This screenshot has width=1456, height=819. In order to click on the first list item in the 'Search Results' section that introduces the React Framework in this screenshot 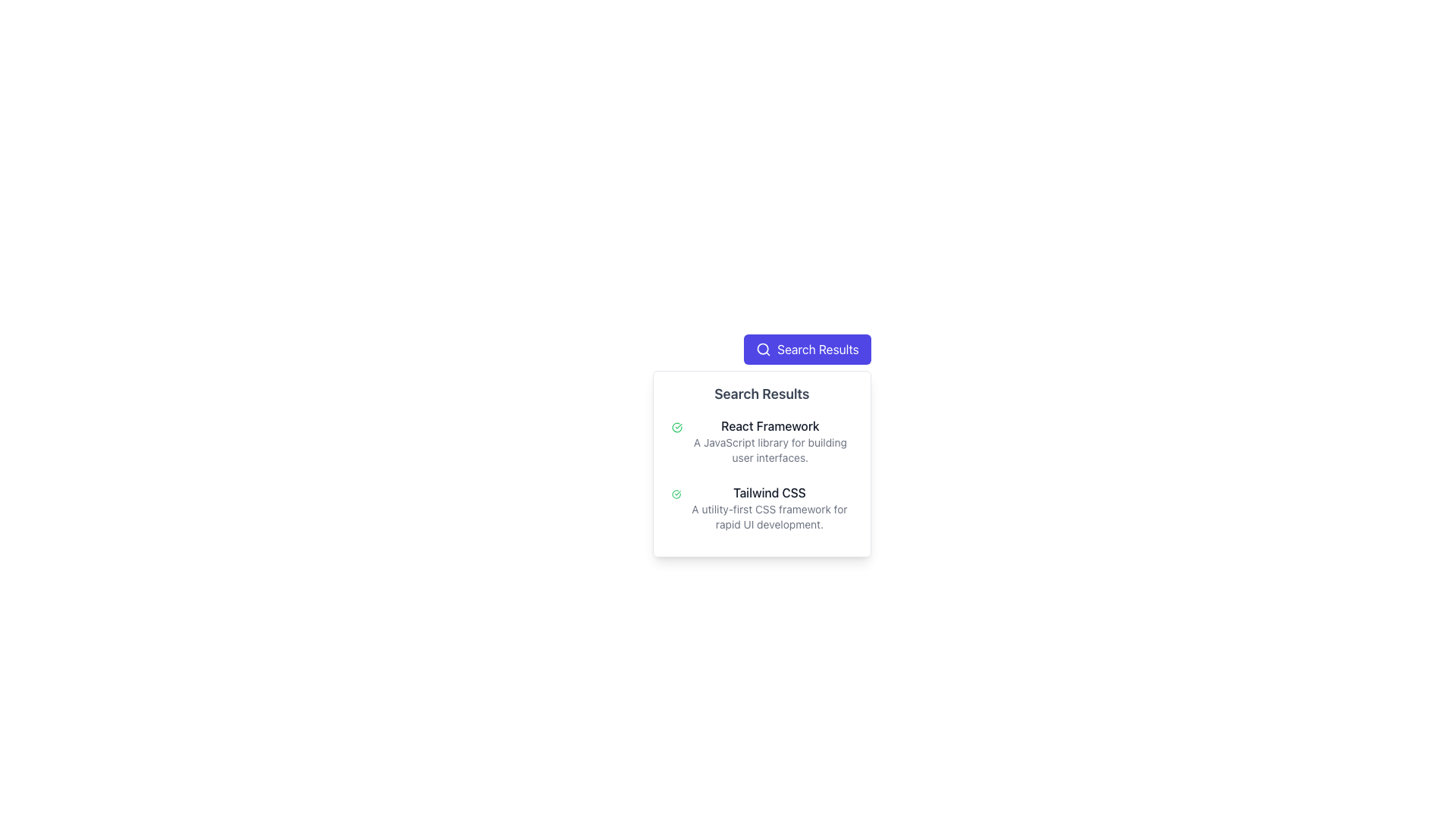, I will do `click(761, 441)`.